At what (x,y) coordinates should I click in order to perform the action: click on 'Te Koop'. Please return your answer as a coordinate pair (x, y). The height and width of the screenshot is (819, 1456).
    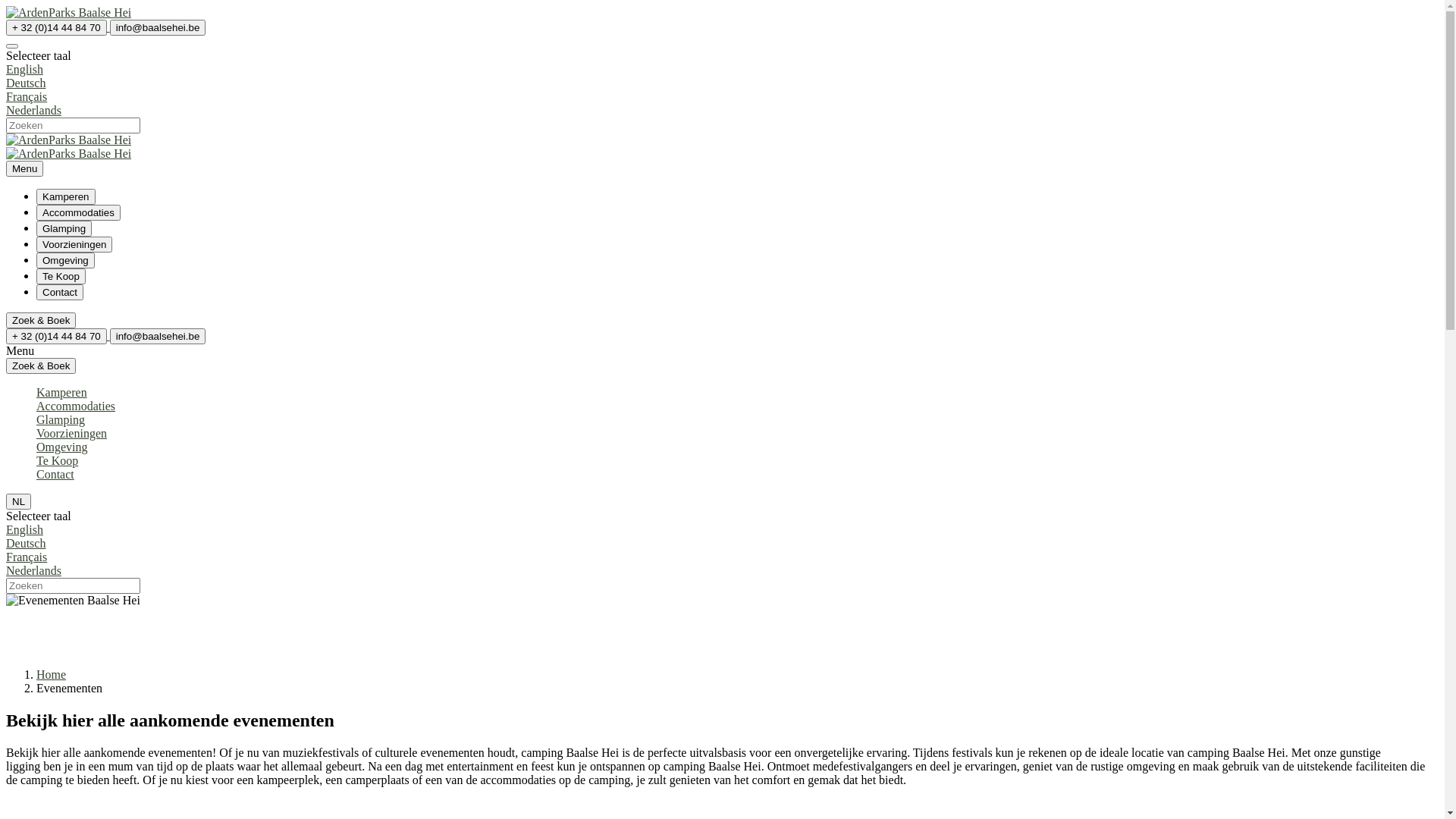
    Looking at the image, I should click on (36, 276).